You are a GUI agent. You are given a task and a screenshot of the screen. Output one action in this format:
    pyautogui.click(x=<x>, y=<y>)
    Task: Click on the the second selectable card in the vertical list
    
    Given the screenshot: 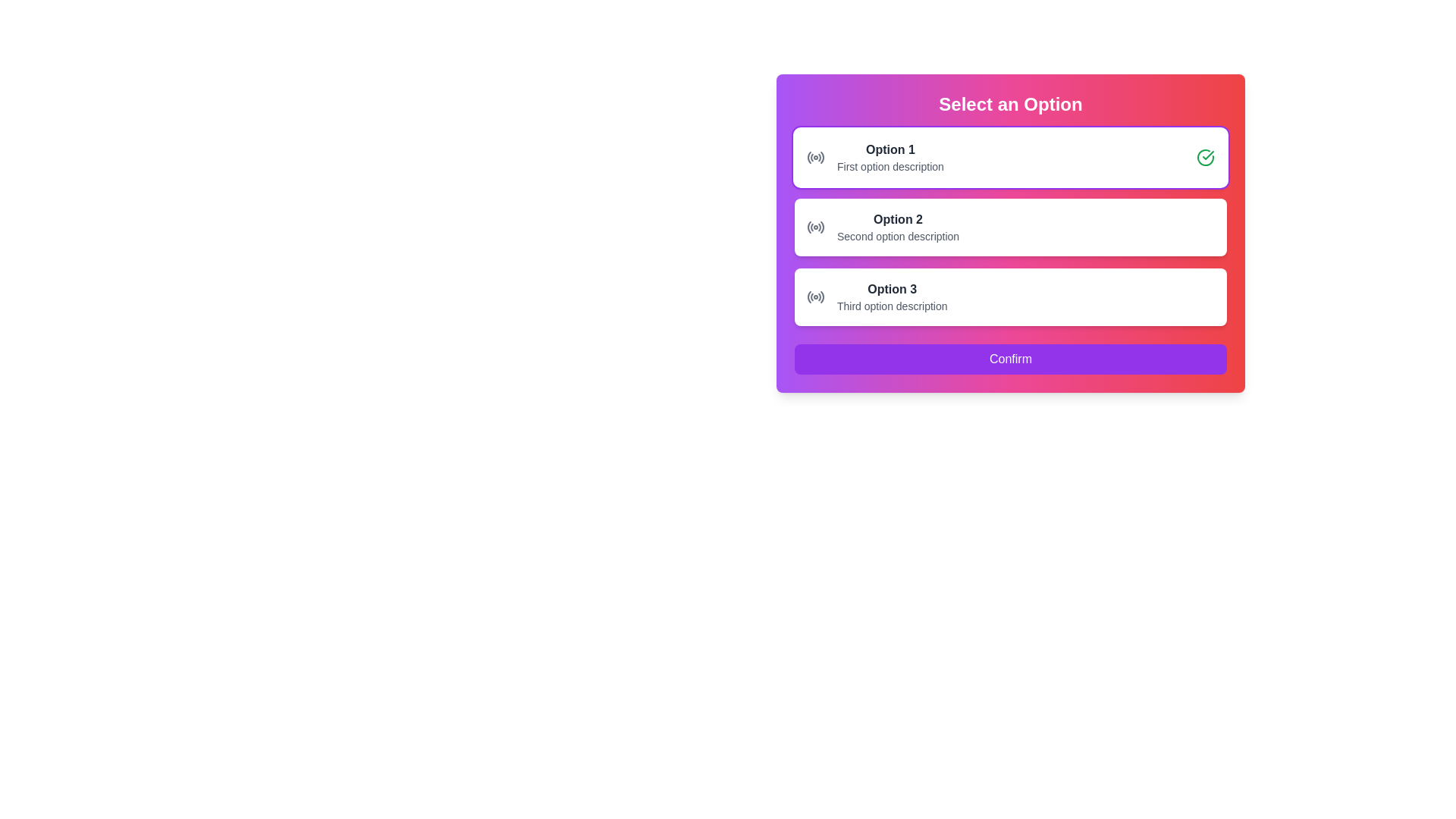 What is the action you would take?
    pyautogui.click(x=1011, y=227)
    